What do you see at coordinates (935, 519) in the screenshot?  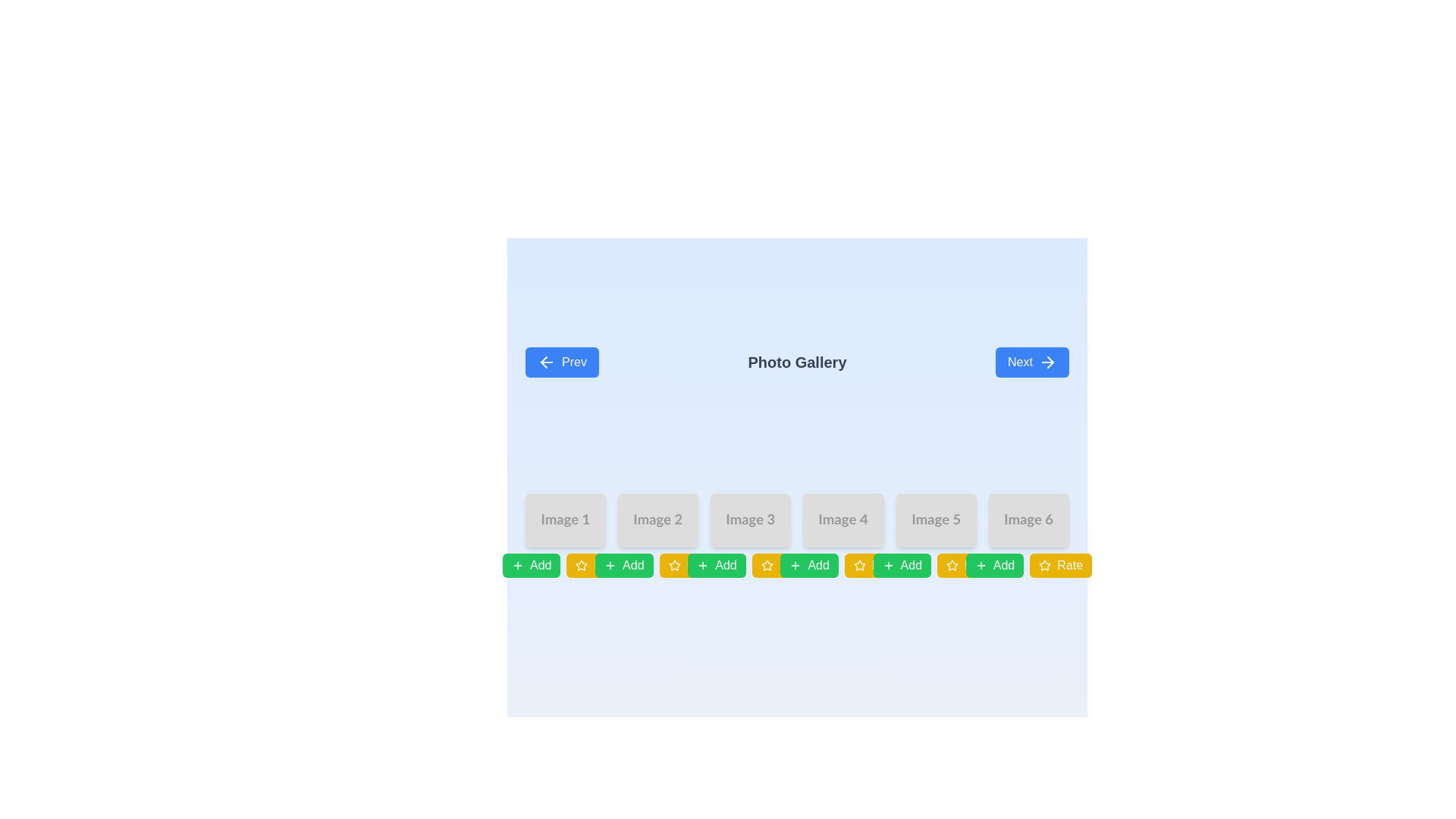 I see `the thumbnail image representing Image 5 in the gallery to trigger a tooltip` at bounding box center [935, 519].